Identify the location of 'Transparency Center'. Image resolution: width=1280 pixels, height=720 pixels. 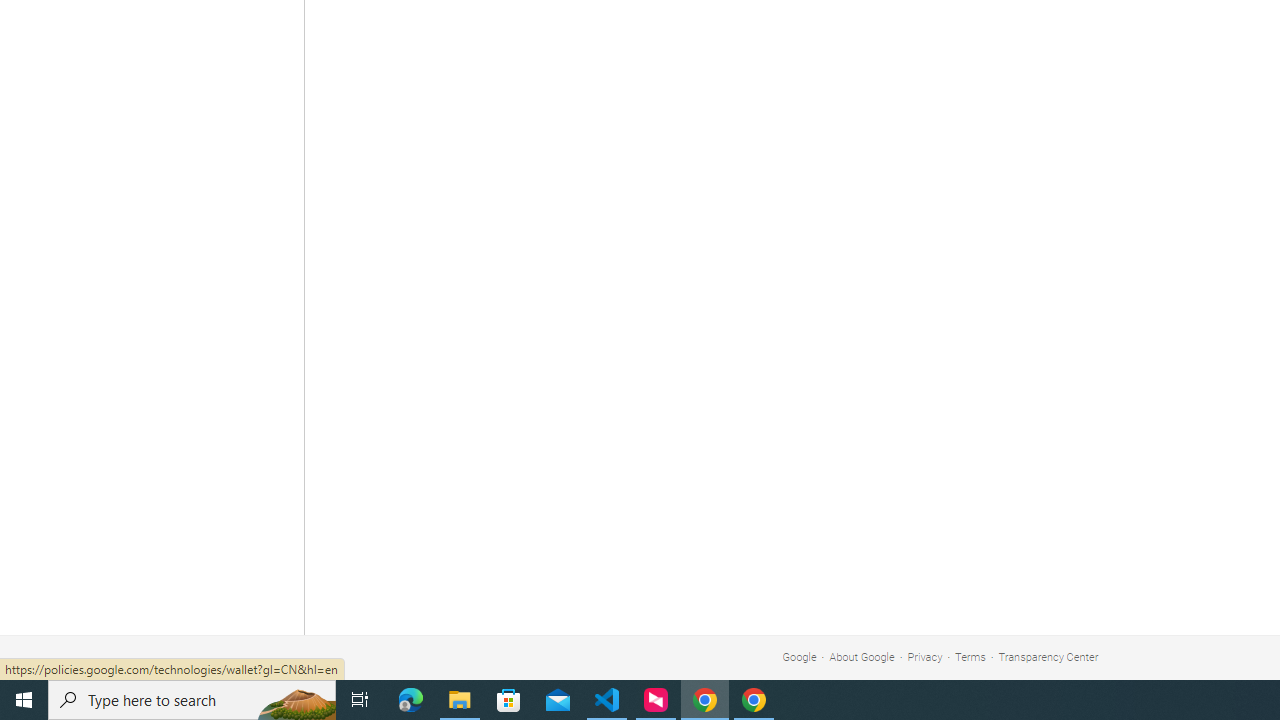
(1047, 657).